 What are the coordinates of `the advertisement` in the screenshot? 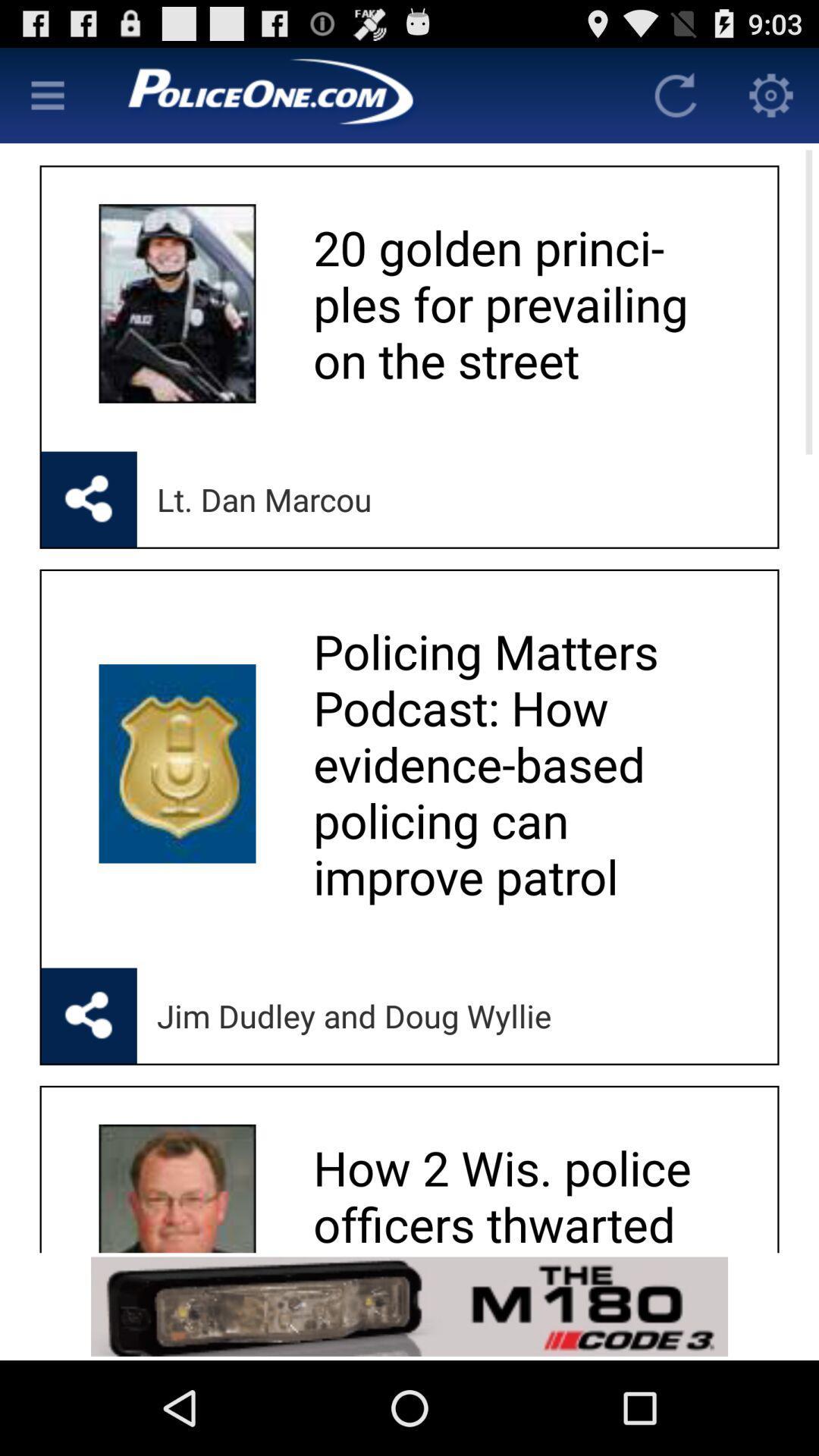 It's located at (409, 1306).